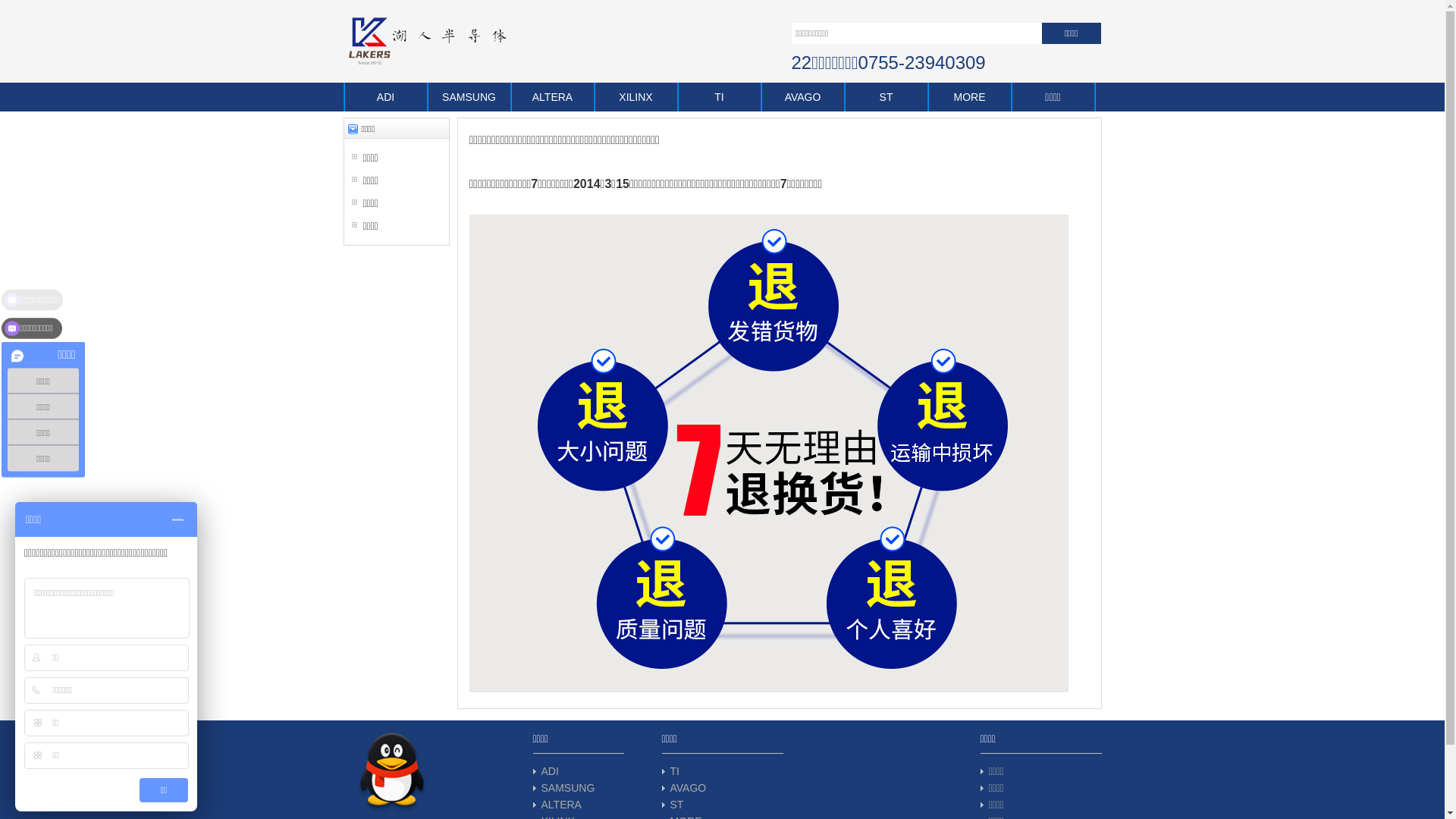 The width and height of the screenshot is (1456, 819). What do you see at coordinates (385, 96) in the screenshot?
I see `'ADI'` at bounding box center [385, 96].